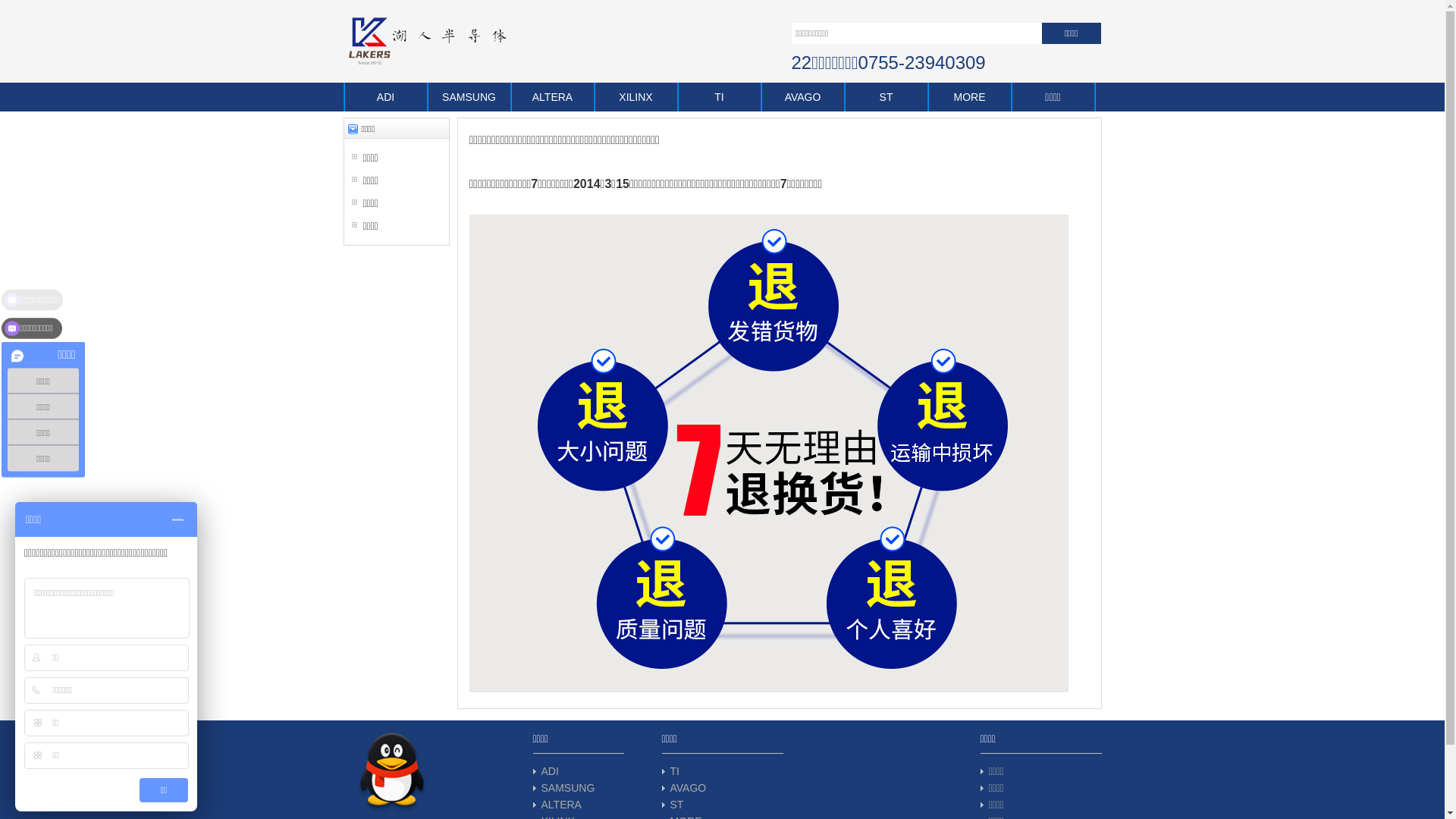 The width and height of the screenshot is (1456, 819). What do you see at coordinates (385, 96) in the screenshot?
I see `'ADI'` at bounding box center [385, 96].